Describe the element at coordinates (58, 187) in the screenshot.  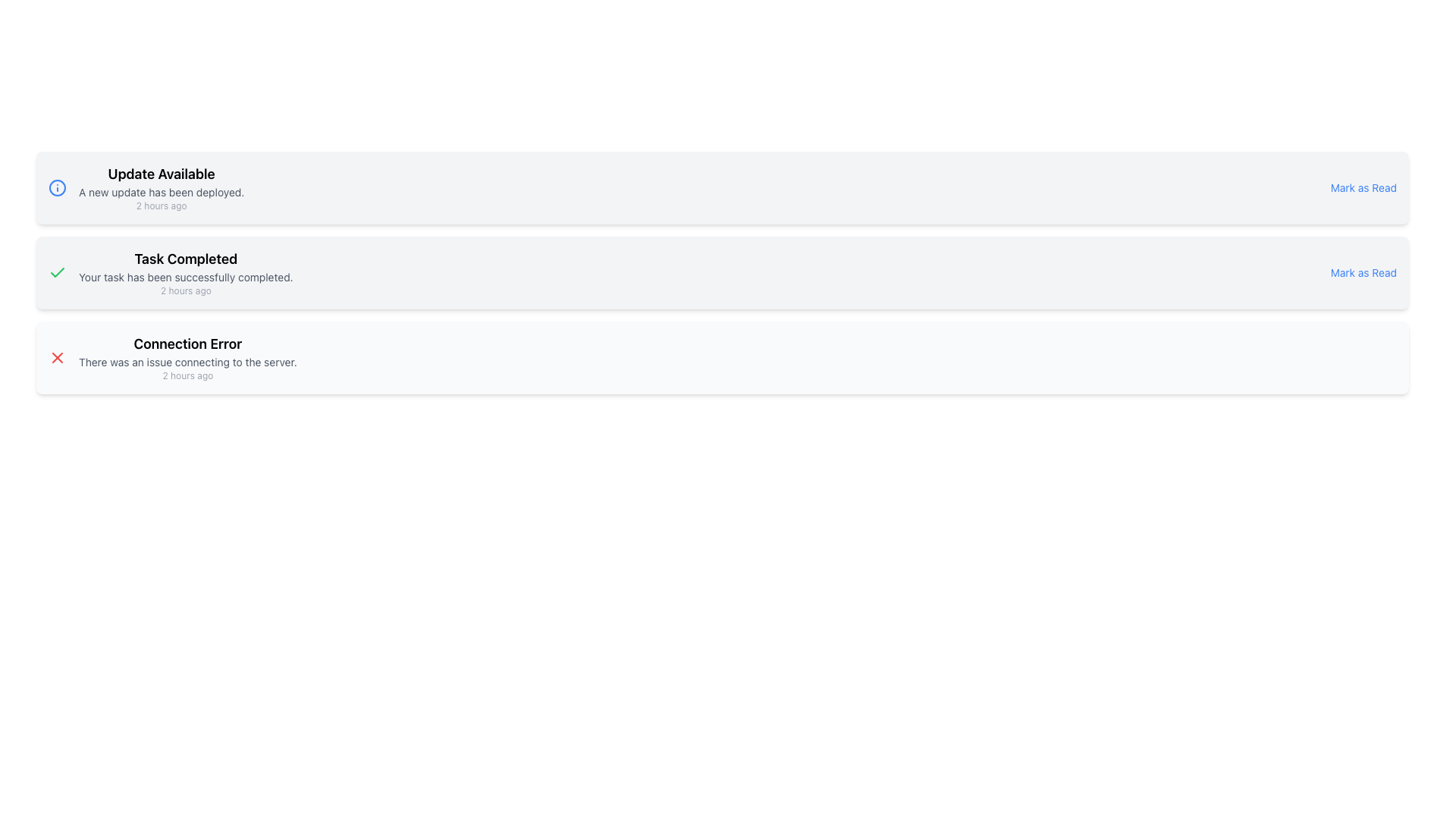
I see `the circular information icon outlined with a blue stroke, which contains an 'i' symbol, located to the left of the text 'Update Available' in the notification list` at that location.